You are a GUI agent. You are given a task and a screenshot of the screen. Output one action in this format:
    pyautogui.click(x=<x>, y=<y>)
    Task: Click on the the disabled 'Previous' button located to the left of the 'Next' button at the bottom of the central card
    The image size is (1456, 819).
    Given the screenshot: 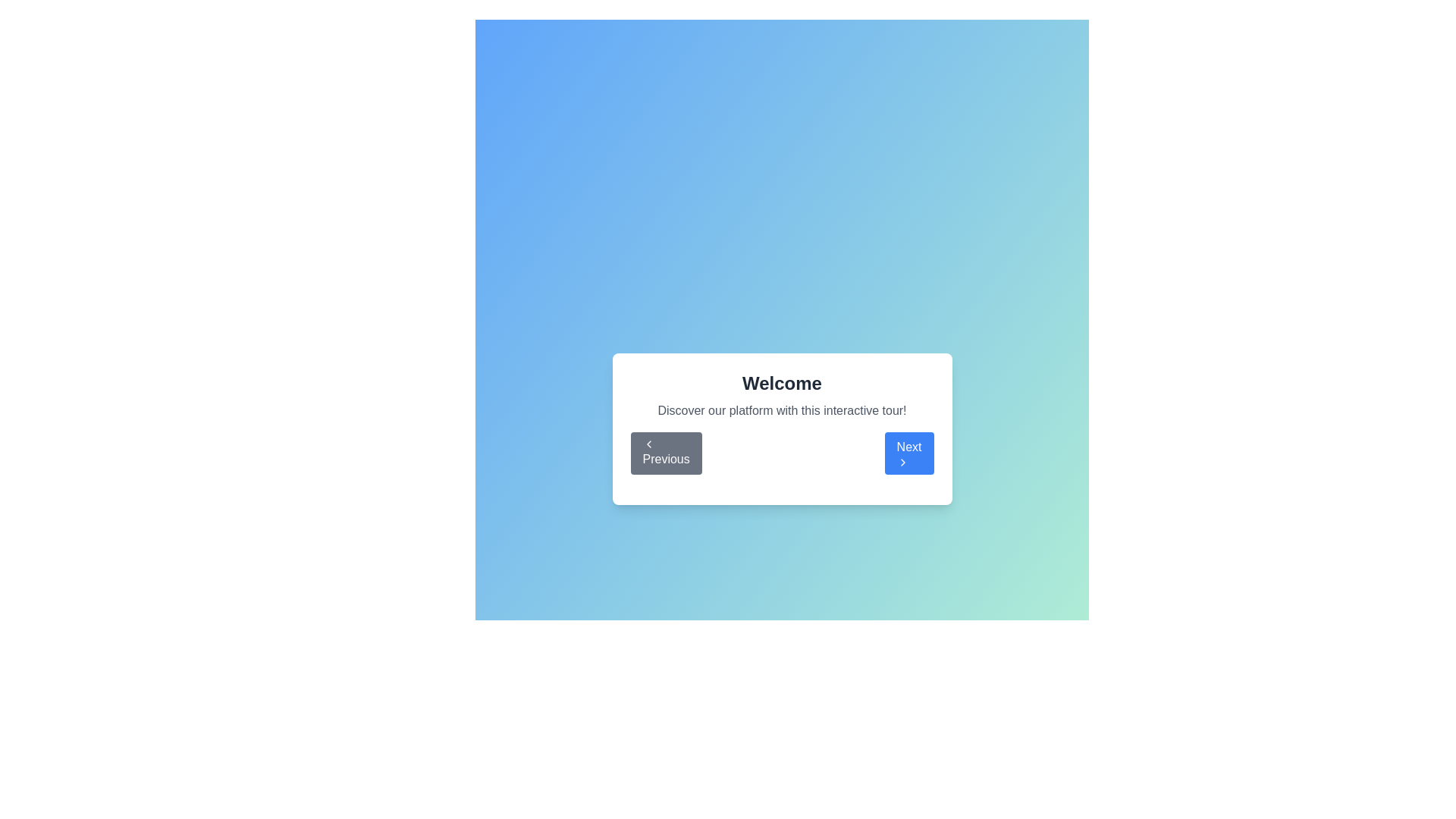 What is the action you would take?
    pyautogui.click(x=666, y=452)
    